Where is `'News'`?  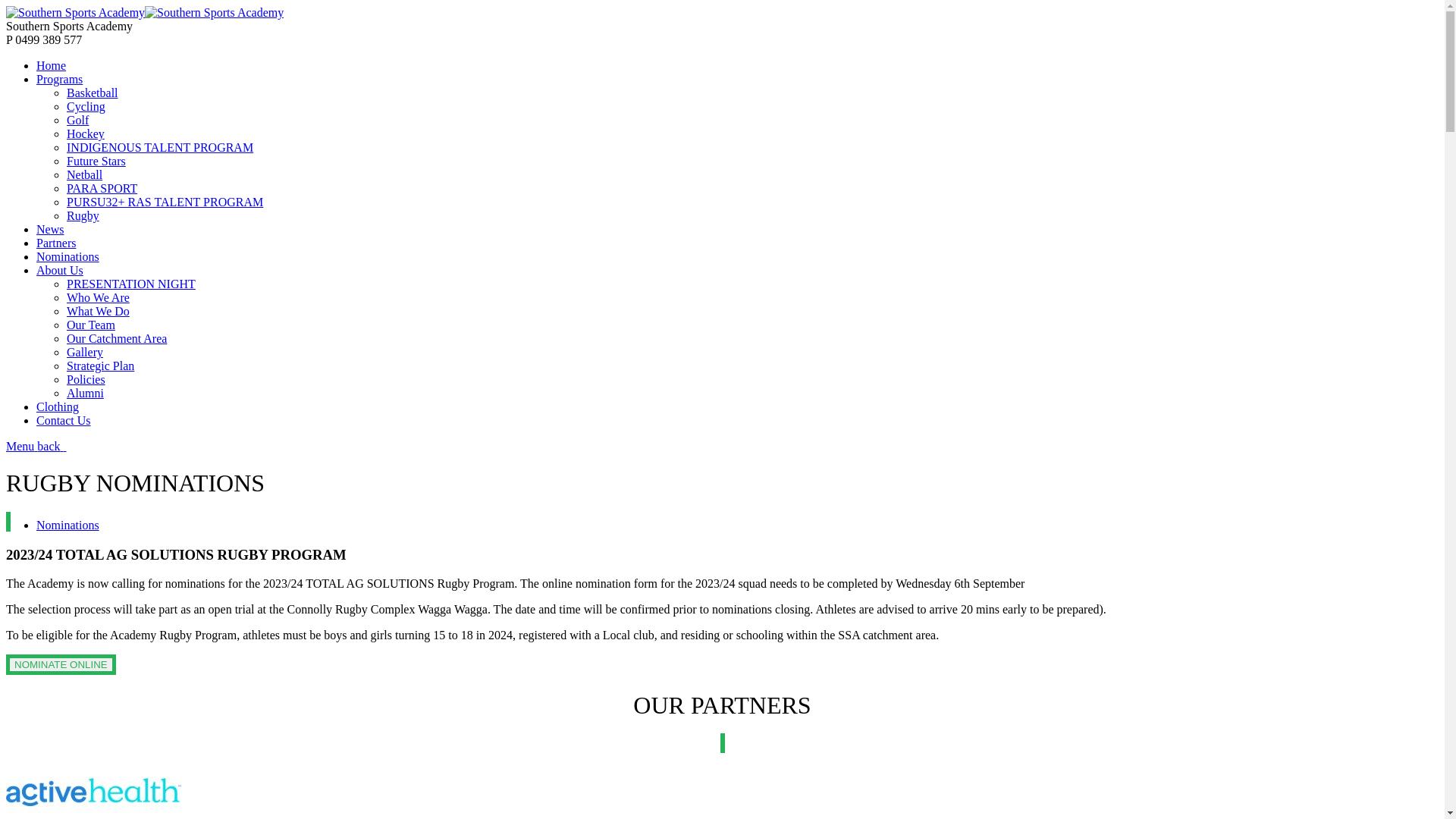
'News' is located at coordinates (50, 229).